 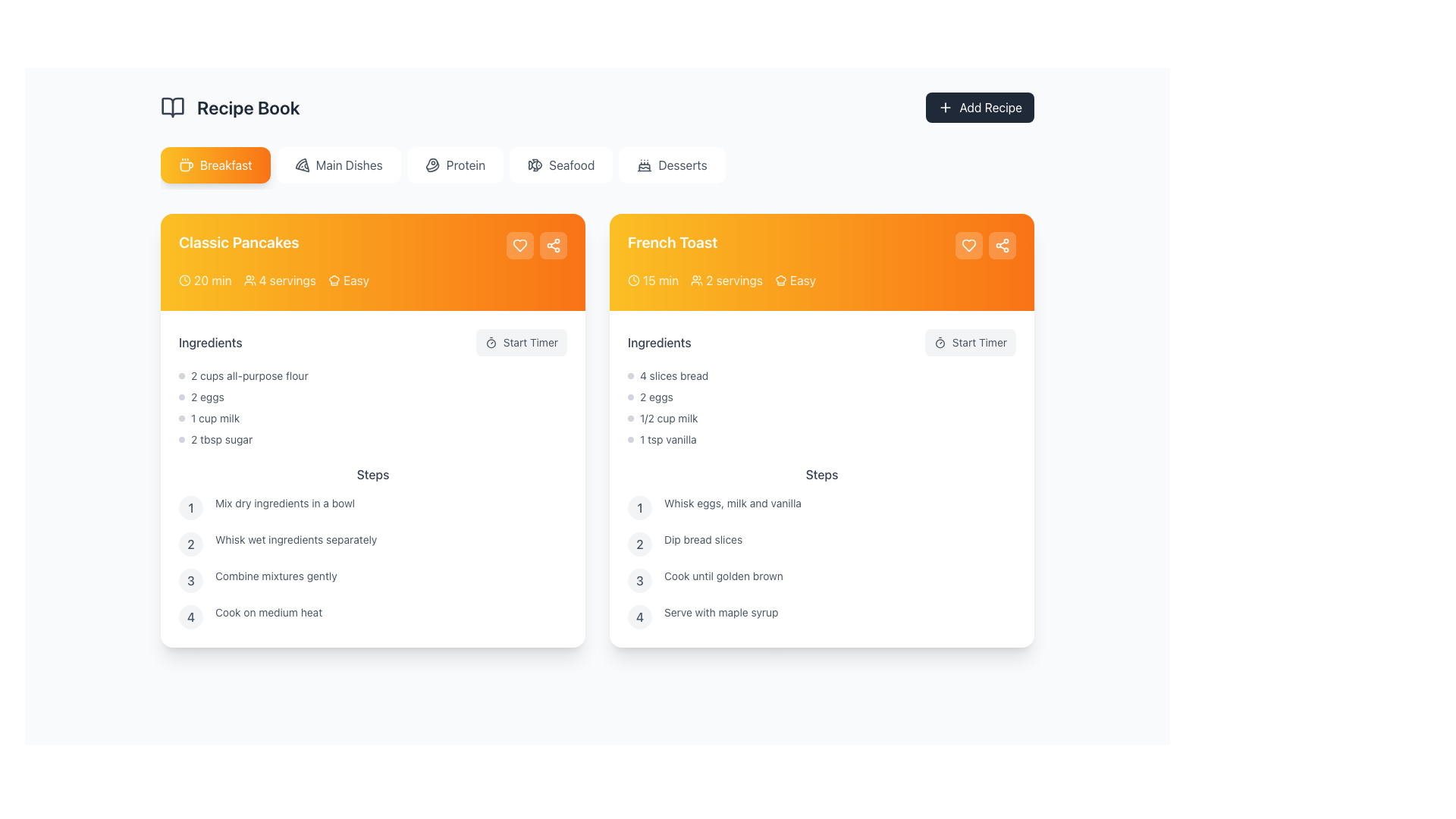 What do you see at coordinates (640, 580) in the screenshot?
I see `the Circular Step Indicator displaying the number '3', located in the 'Steps' section of the 'French Toast' recipe card, which is the third step's number indicator` at bounding box center [640, 580].